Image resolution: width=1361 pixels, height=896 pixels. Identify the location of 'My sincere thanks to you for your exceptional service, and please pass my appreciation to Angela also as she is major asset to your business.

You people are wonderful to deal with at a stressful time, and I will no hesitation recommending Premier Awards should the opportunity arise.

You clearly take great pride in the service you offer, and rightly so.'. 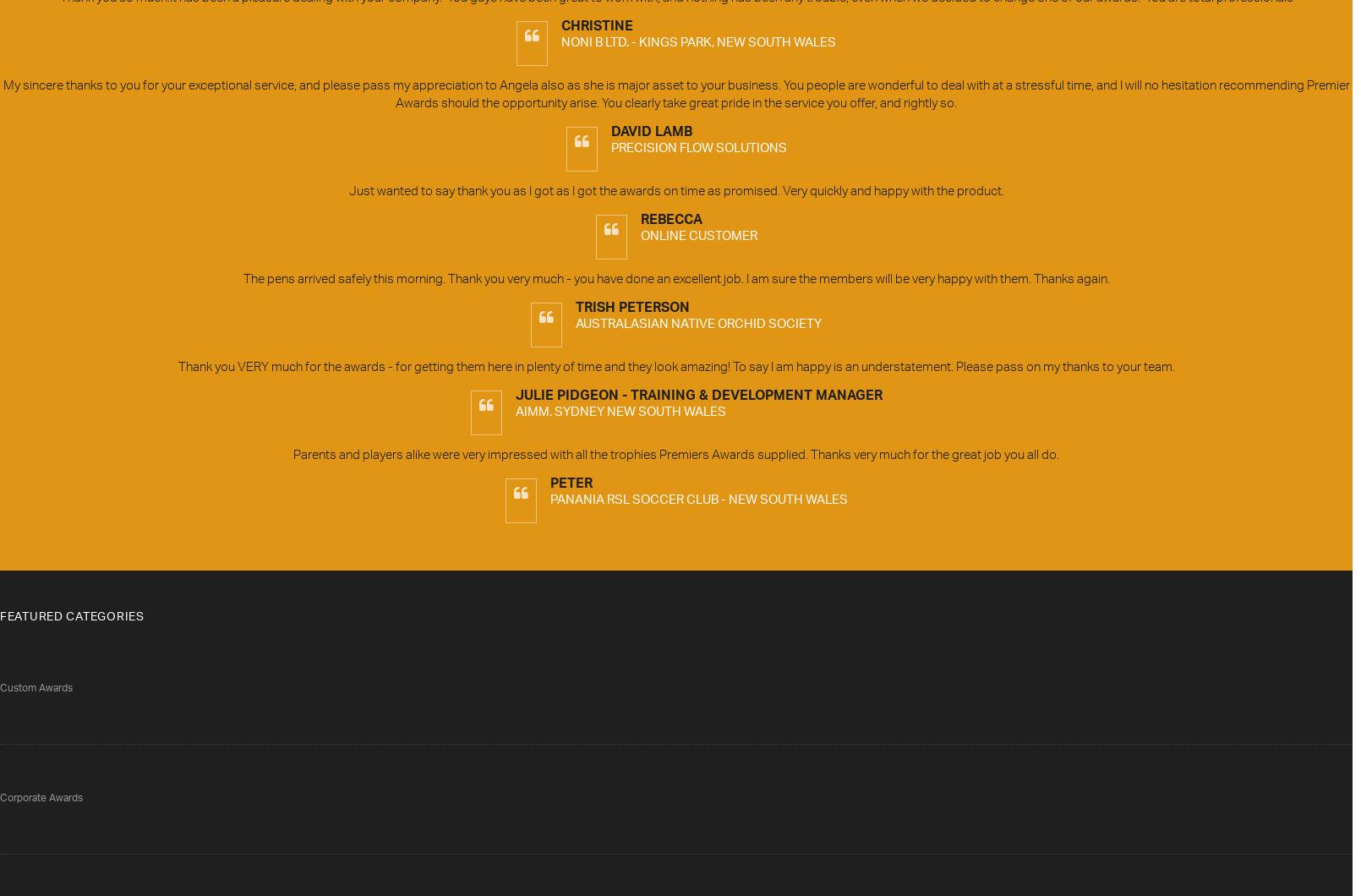
(675, 96).